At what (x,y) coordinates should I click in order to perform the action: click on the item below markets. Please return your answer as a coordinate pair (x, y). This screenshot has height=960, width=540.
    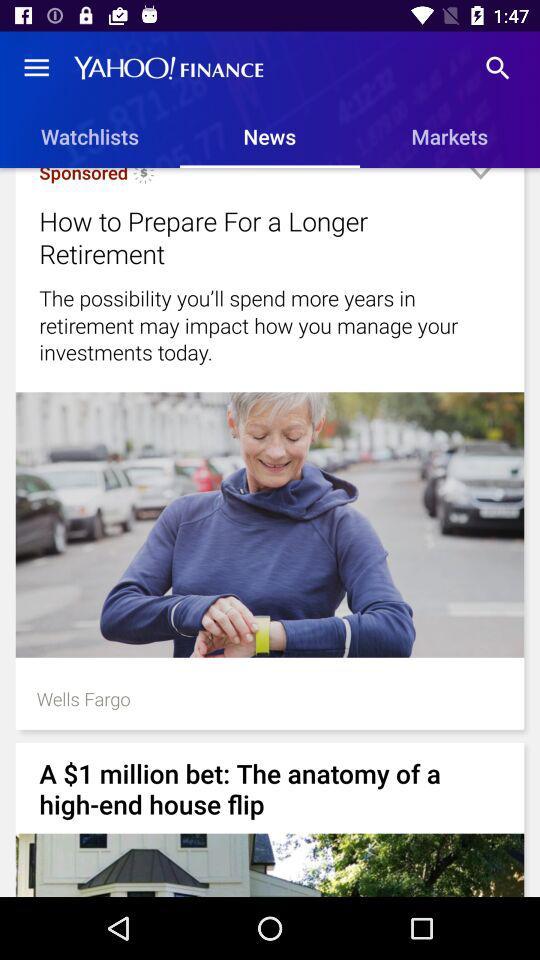
    Looking at the image, I should click on (479, 181).